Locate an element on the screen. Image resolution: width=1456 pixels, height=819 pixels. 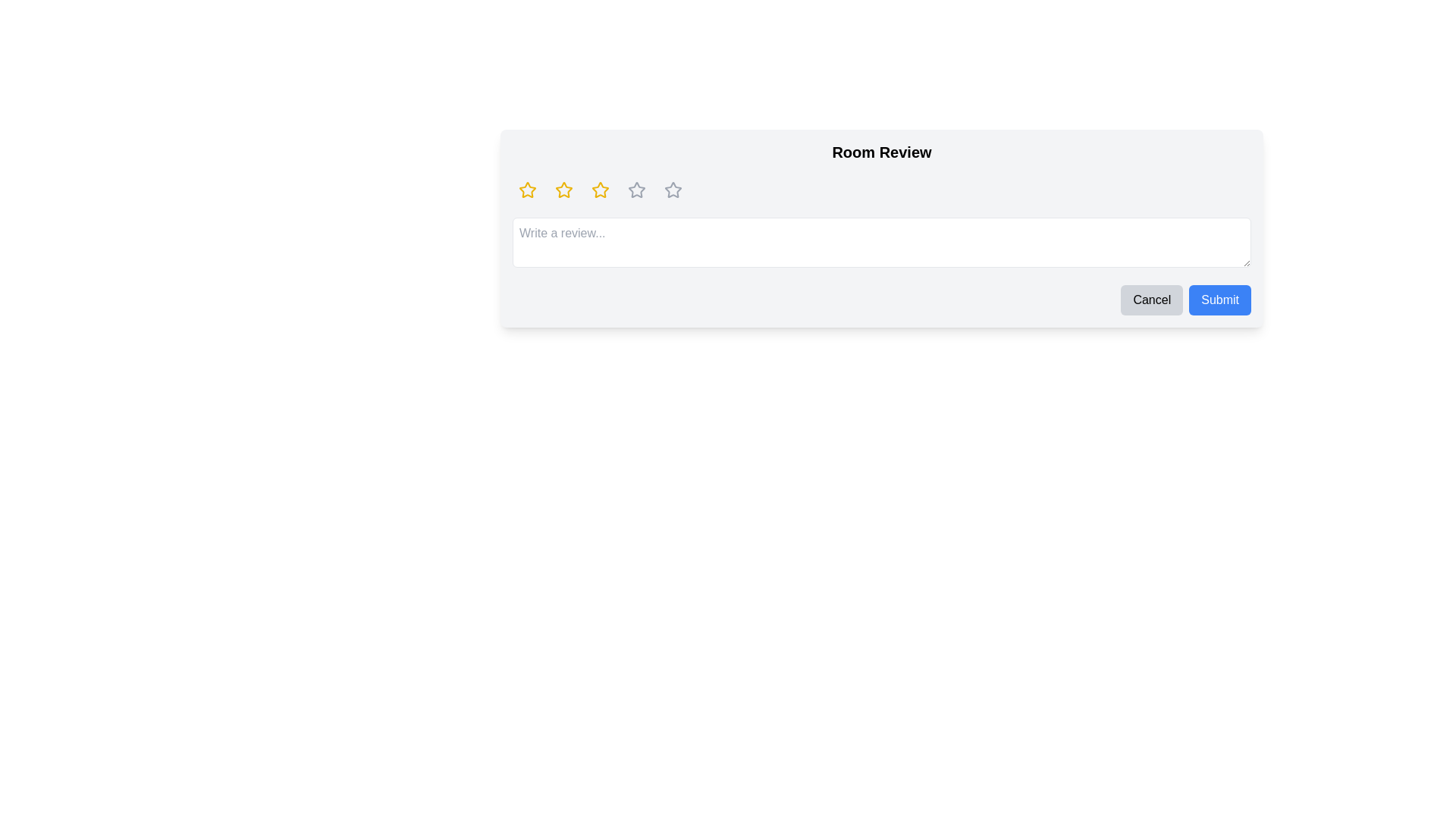
the third hollow star icon with a bright yellow outline is located at coordinates (600, 189).